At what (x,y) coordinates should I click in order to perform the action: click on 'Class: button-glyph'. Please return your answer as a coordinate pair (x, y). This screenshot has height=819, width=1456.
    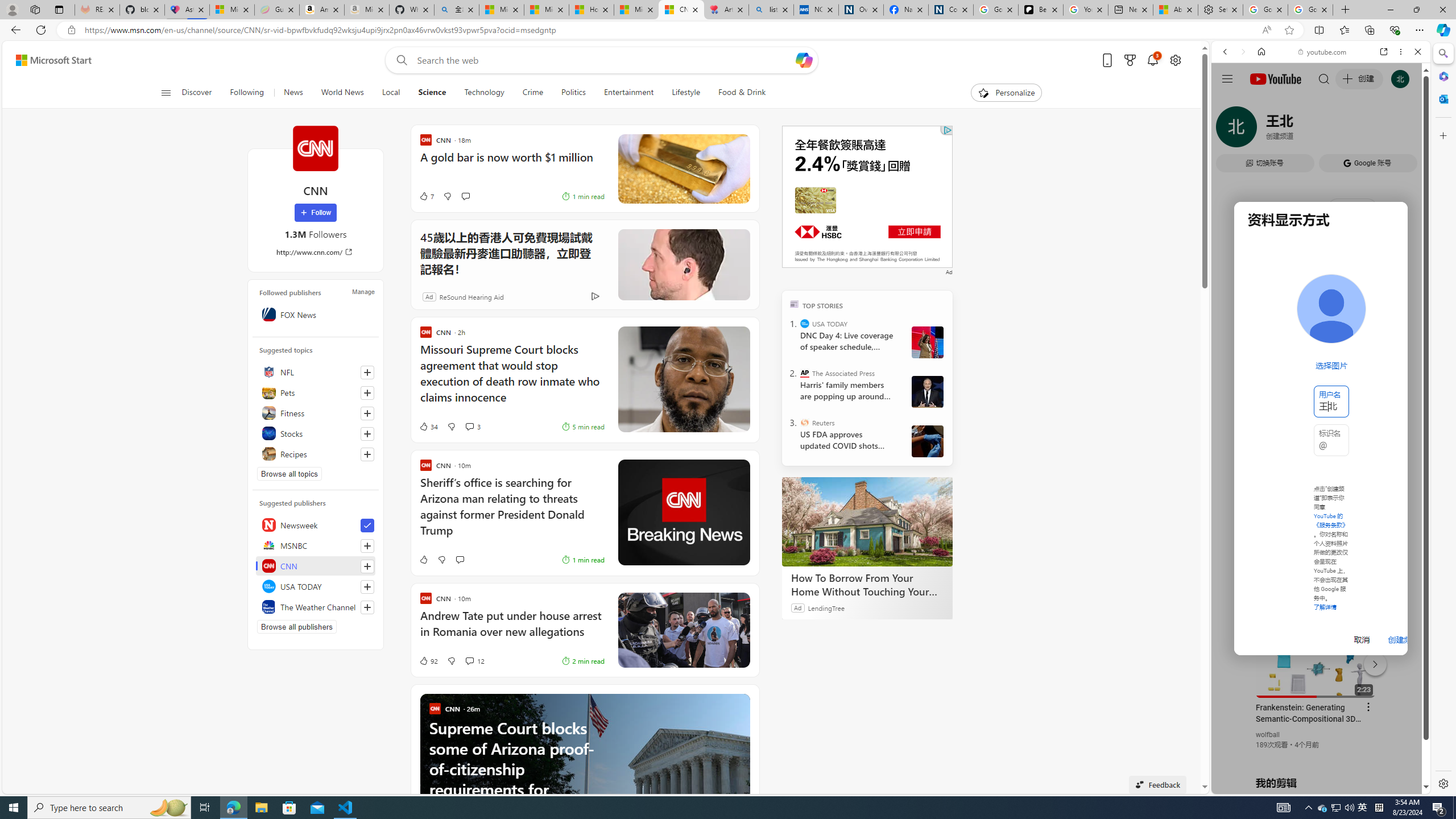
    Looking at the image, I should click on (165, 92).